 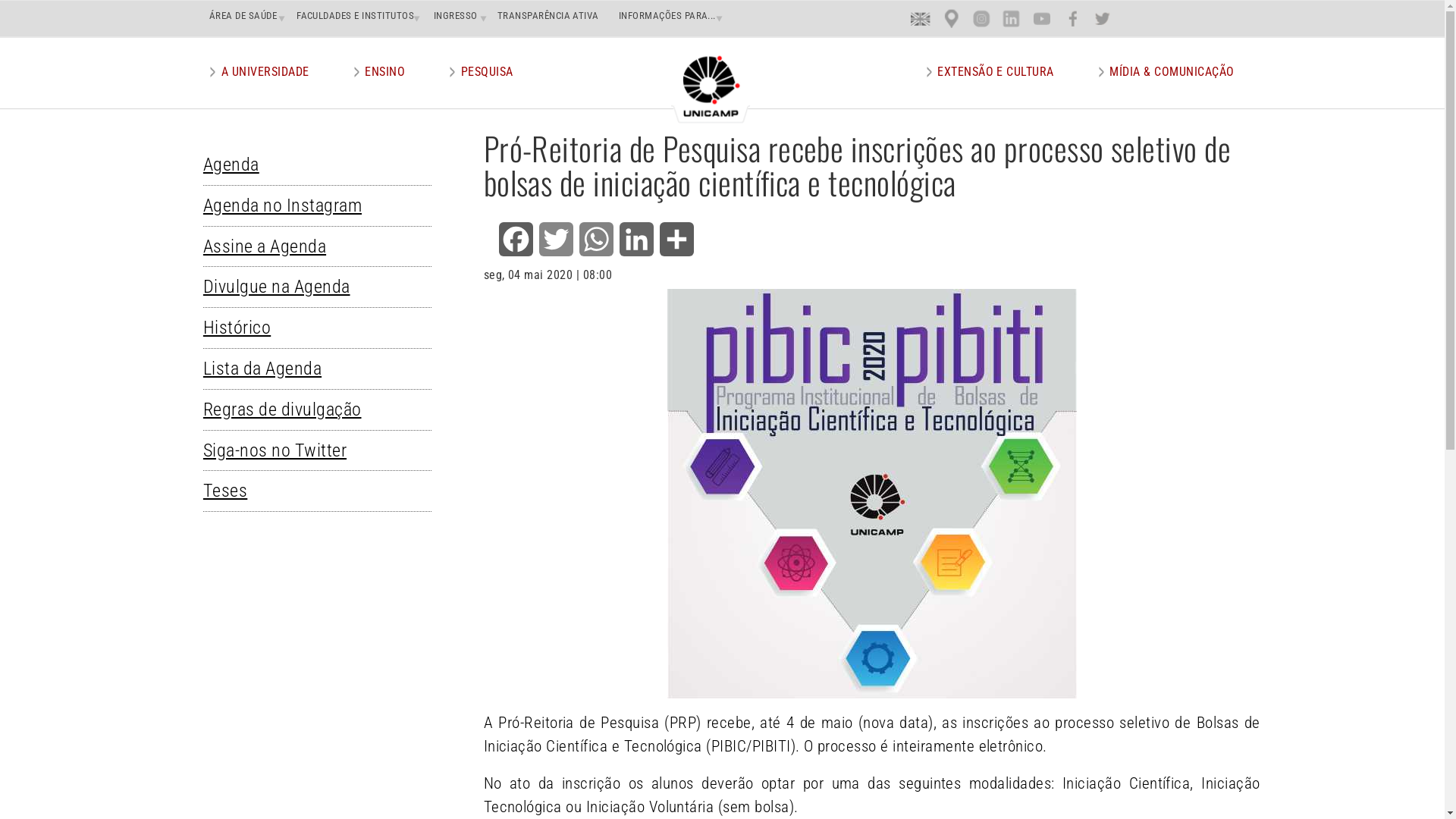 What do you see at coordinates (981, 18) in the screenshot?
I see `'Inst'` at bounding box center [981, 18].